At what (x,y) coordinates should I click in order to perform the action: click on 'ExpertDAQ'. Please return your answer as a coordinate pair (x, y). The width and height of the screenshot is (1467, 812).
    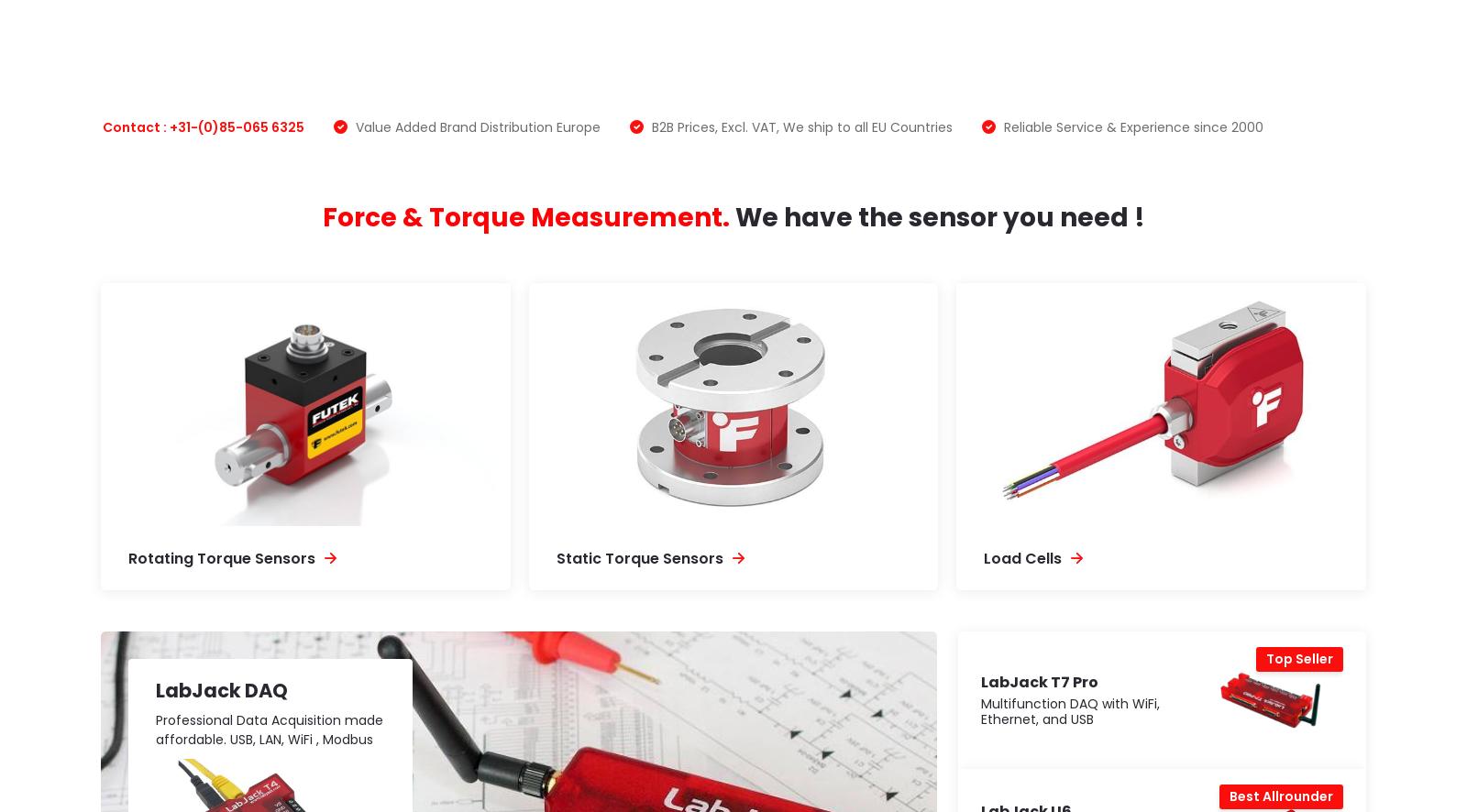
    Looking at the image, I should click on (1027, 74).